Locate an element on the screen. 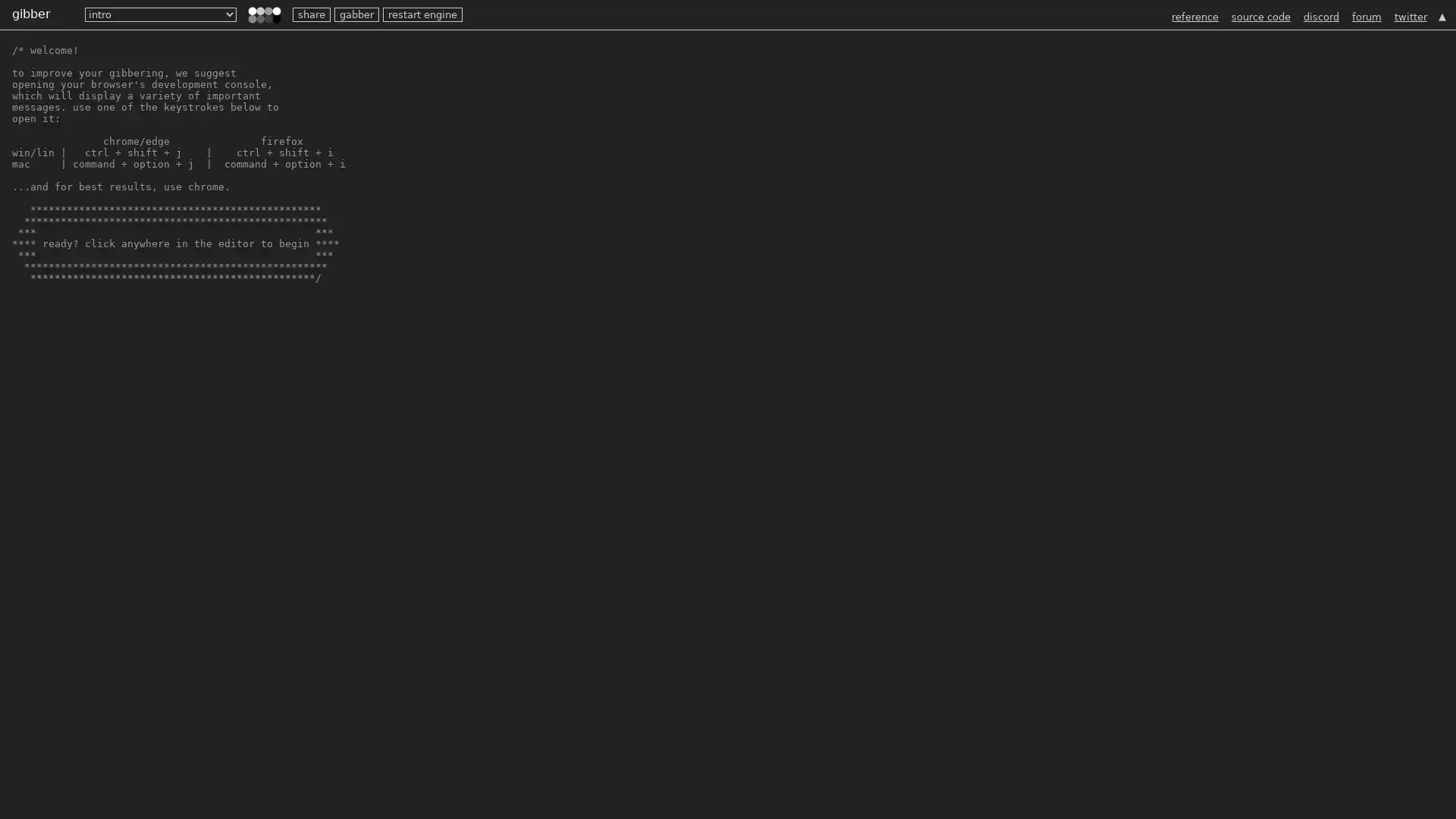 This screenshot has width=1456, height=819. share is located at coordinates (311, 14).